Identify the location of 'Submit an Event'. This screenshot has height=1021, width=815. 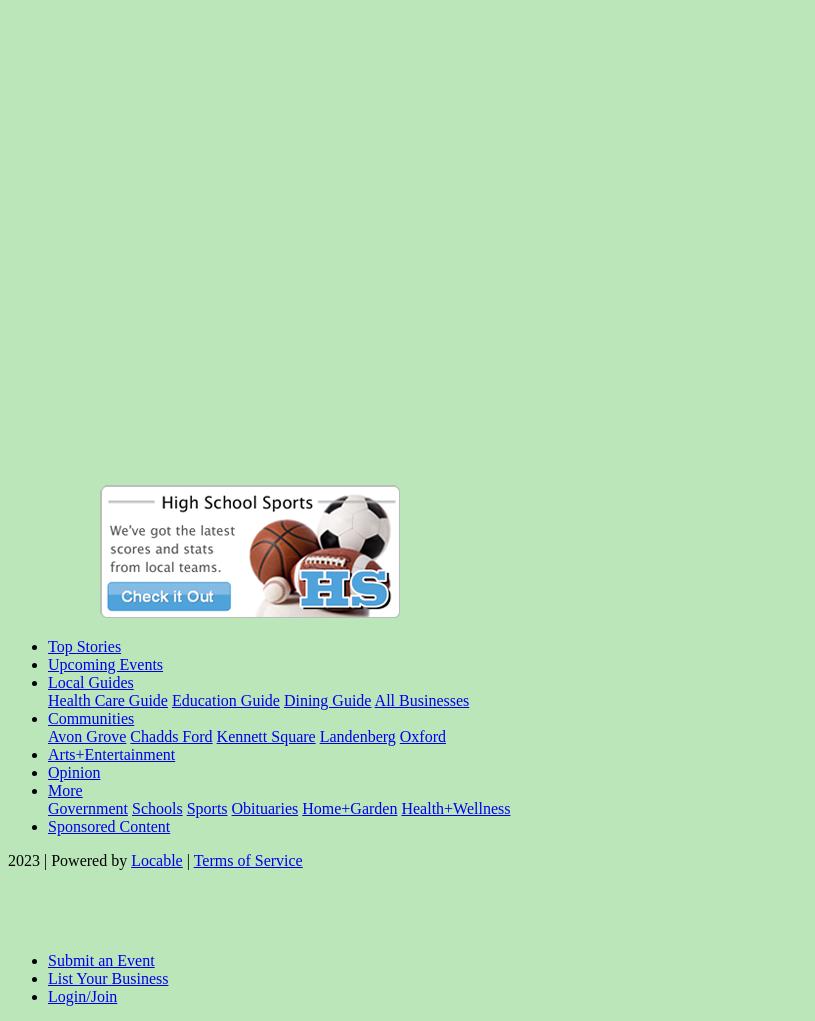
(99, 959).